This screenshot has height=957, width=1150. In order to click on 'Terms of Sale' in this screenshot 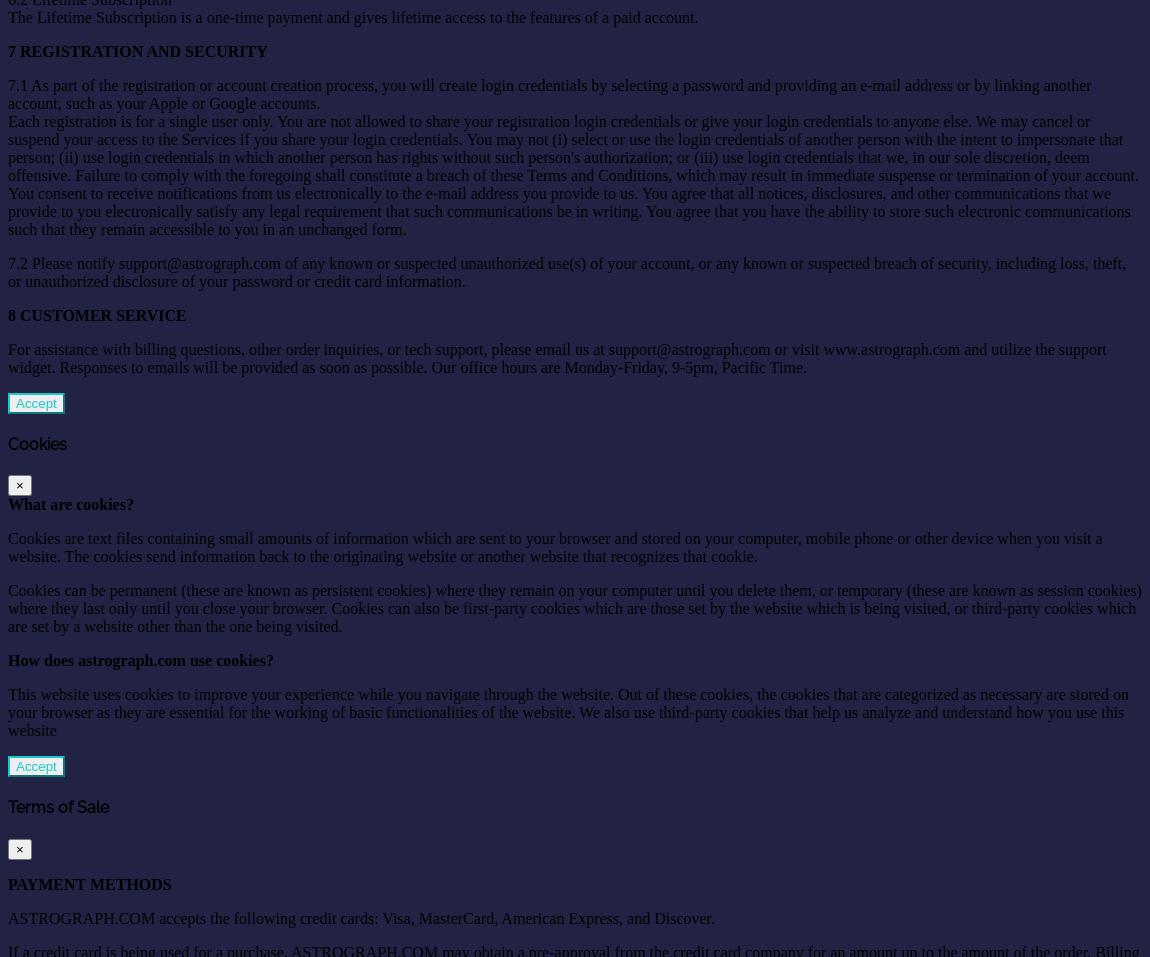, I will do `click(57, 806)`.